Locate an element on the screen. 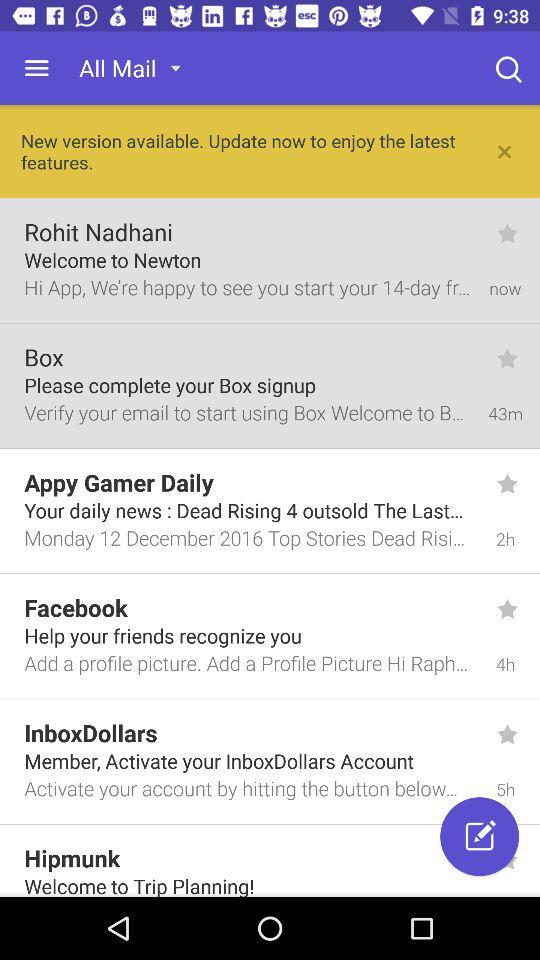 The image size is (540, 960). the edit icon is located at coordinates (478, 836).